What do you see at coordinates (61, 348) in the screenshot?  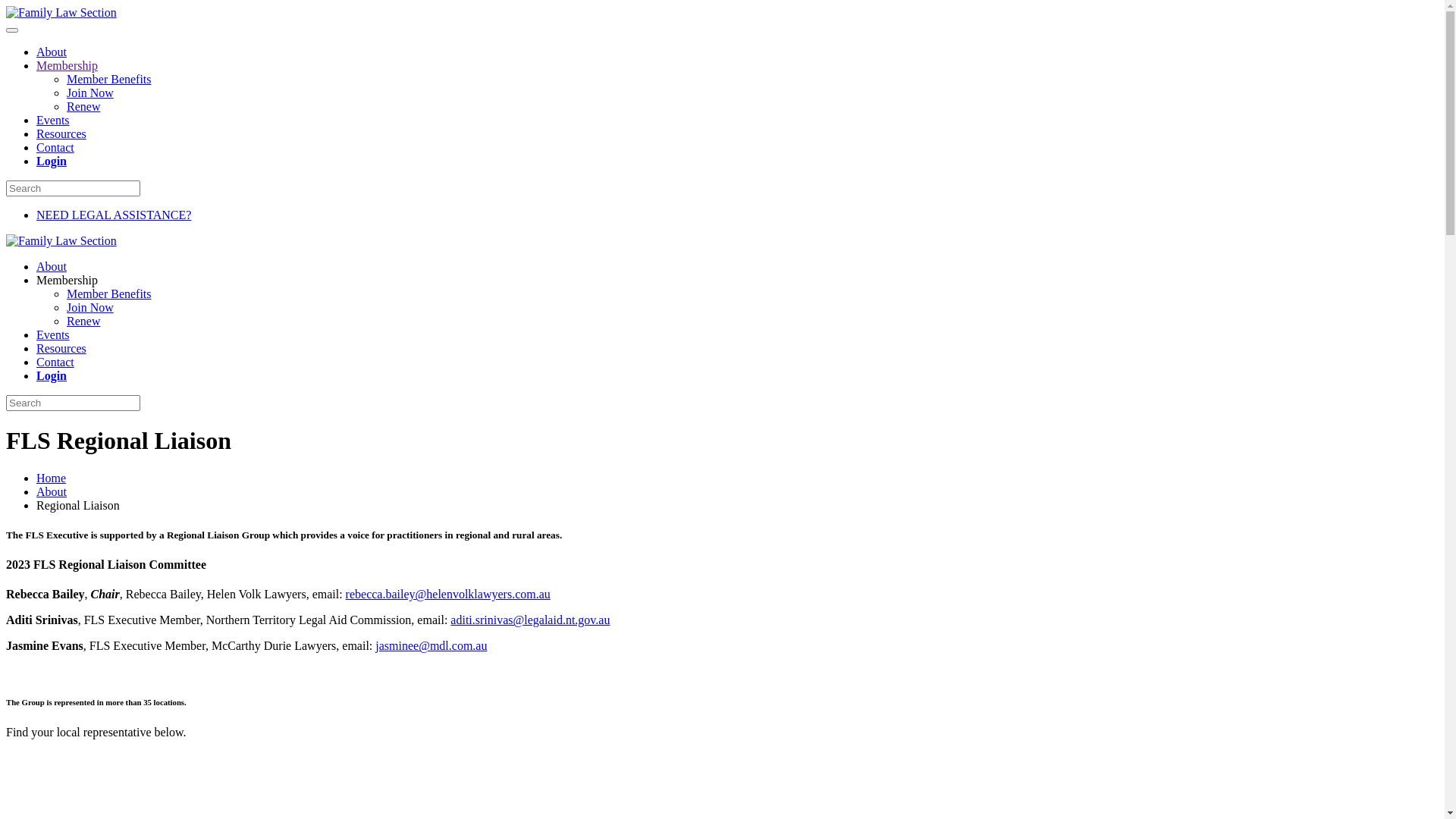 I see `'Resources'` at bounding box center [61, 348].